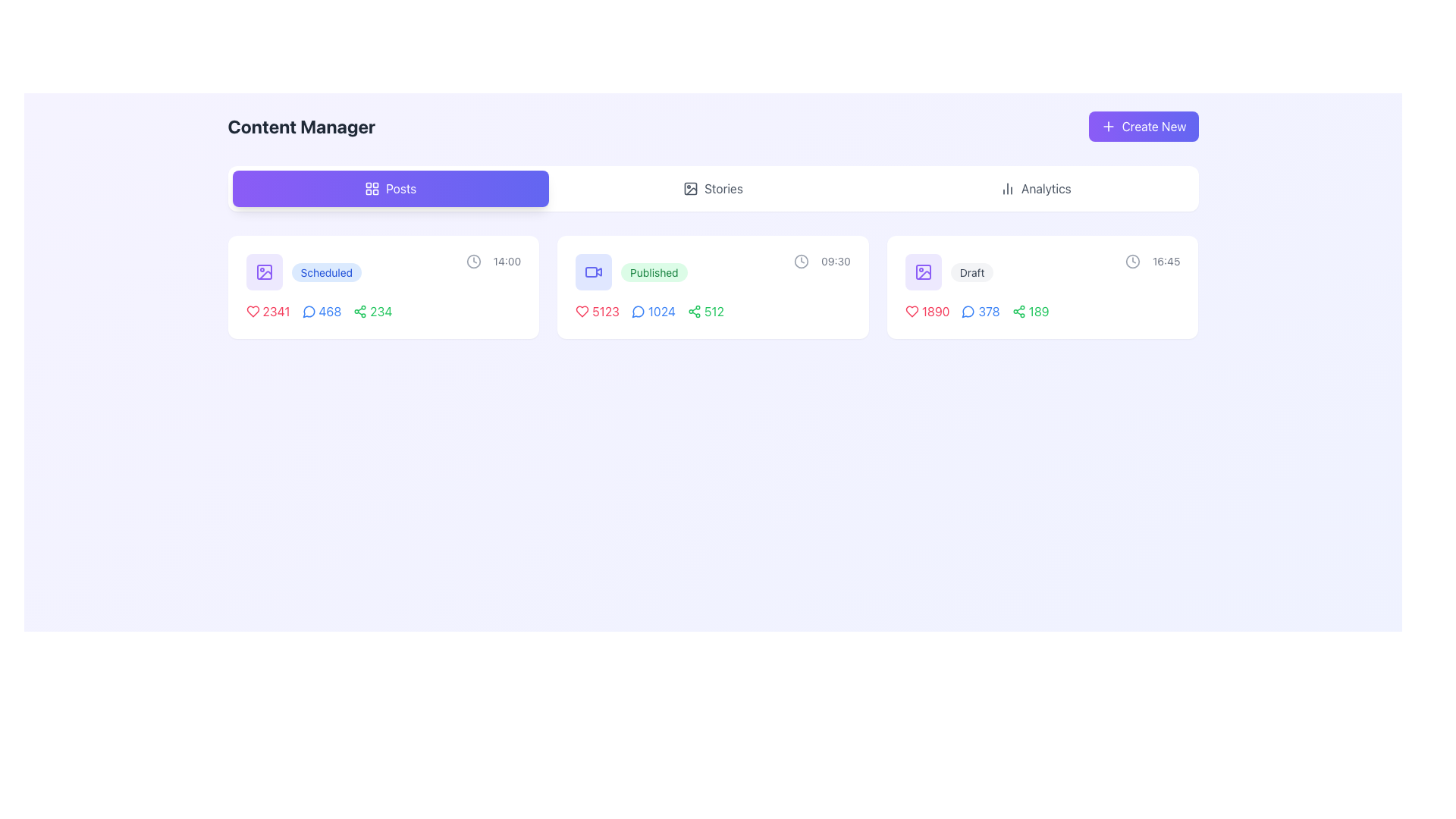 Image resolution: width=1456 pixels, height=819 pixels. Describe the element at coordinates (968, 311) in the screenshot. I see `the comment count icon represented within the speech bubble of the interaction counter on the bottom left of the content card` at that location.